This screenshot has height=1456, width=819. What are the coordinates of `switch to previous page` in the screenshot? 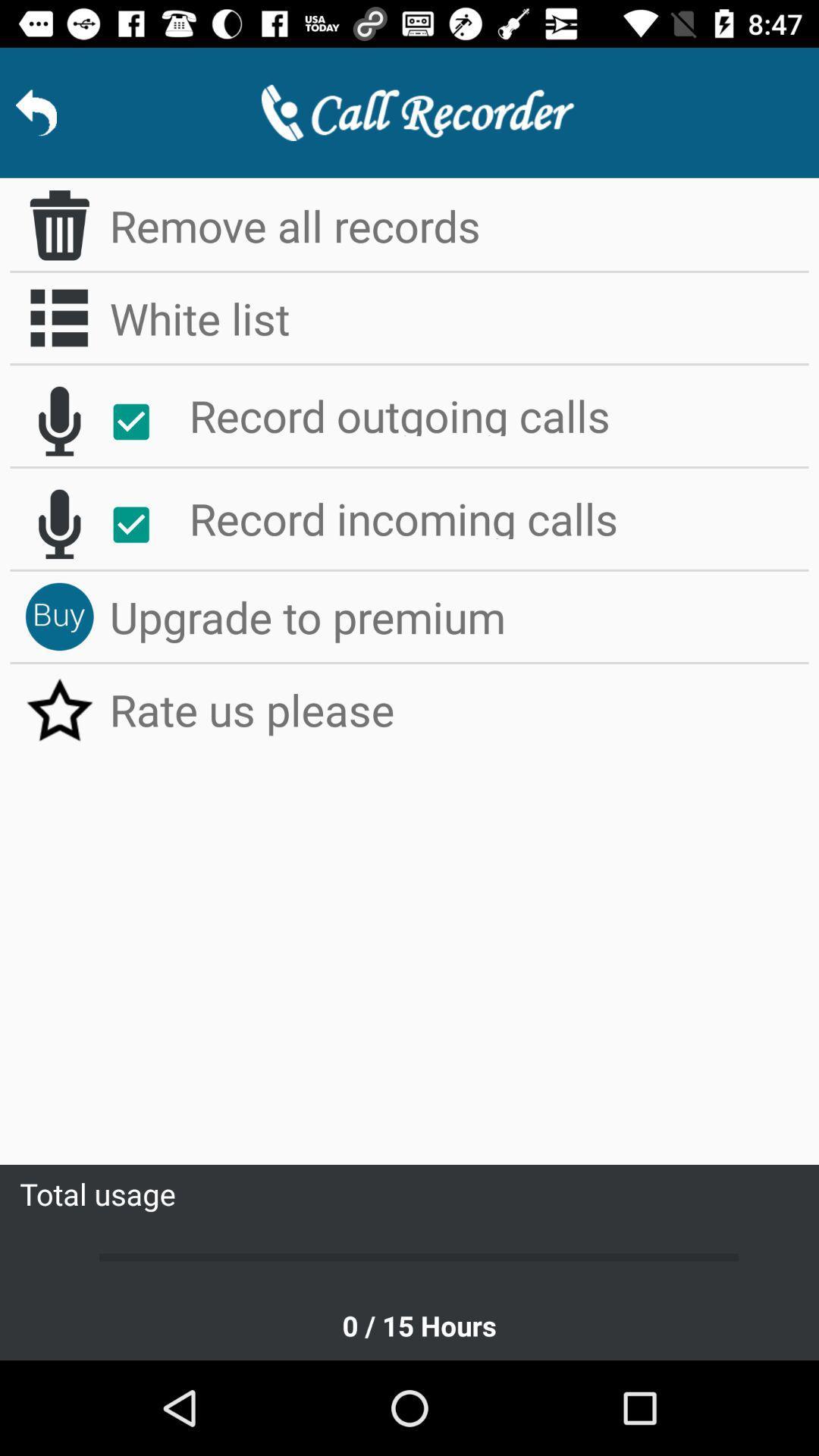 It's located at (35, 111).